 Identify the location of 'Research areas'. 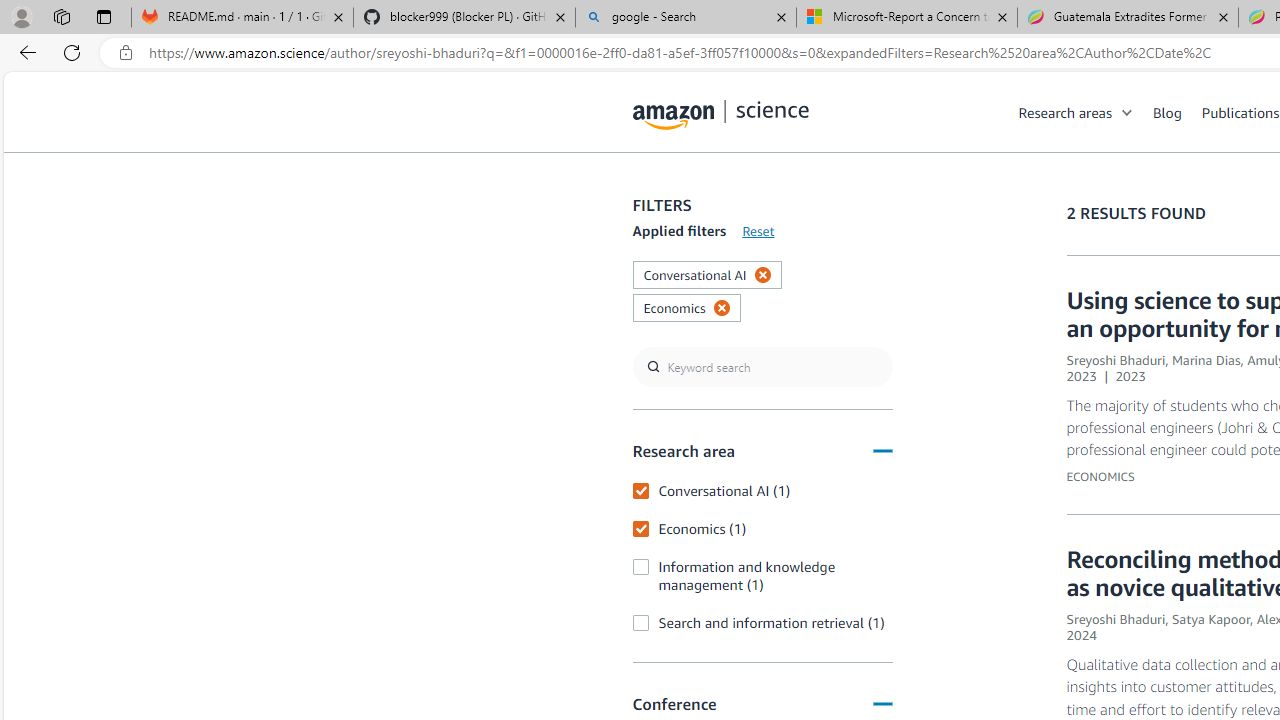
(1064, 111).